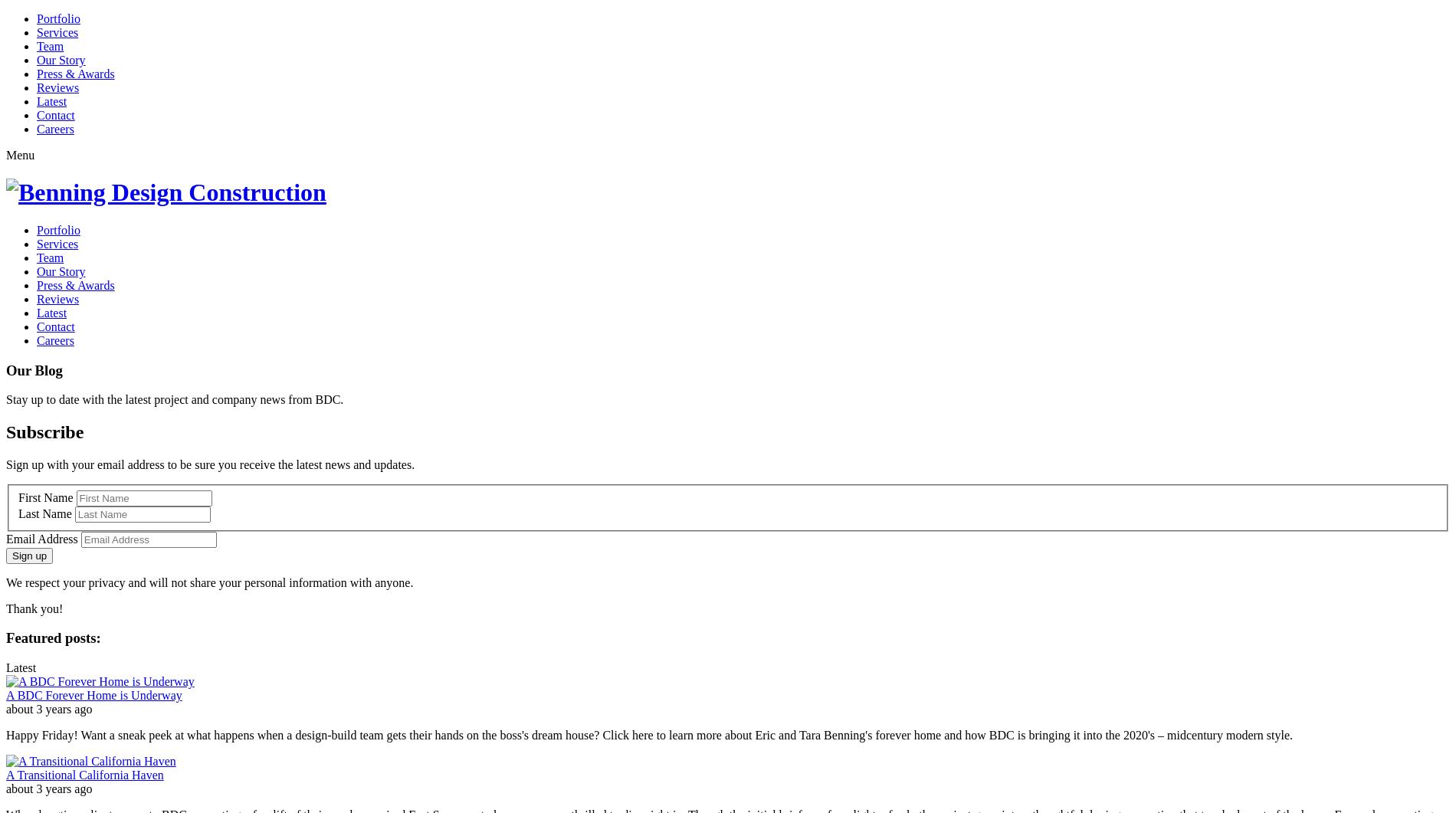 The width and height of the screenshot is (1456, 813). I want to click on 'A BDC Forever Home is Underway', so click(93, 694).